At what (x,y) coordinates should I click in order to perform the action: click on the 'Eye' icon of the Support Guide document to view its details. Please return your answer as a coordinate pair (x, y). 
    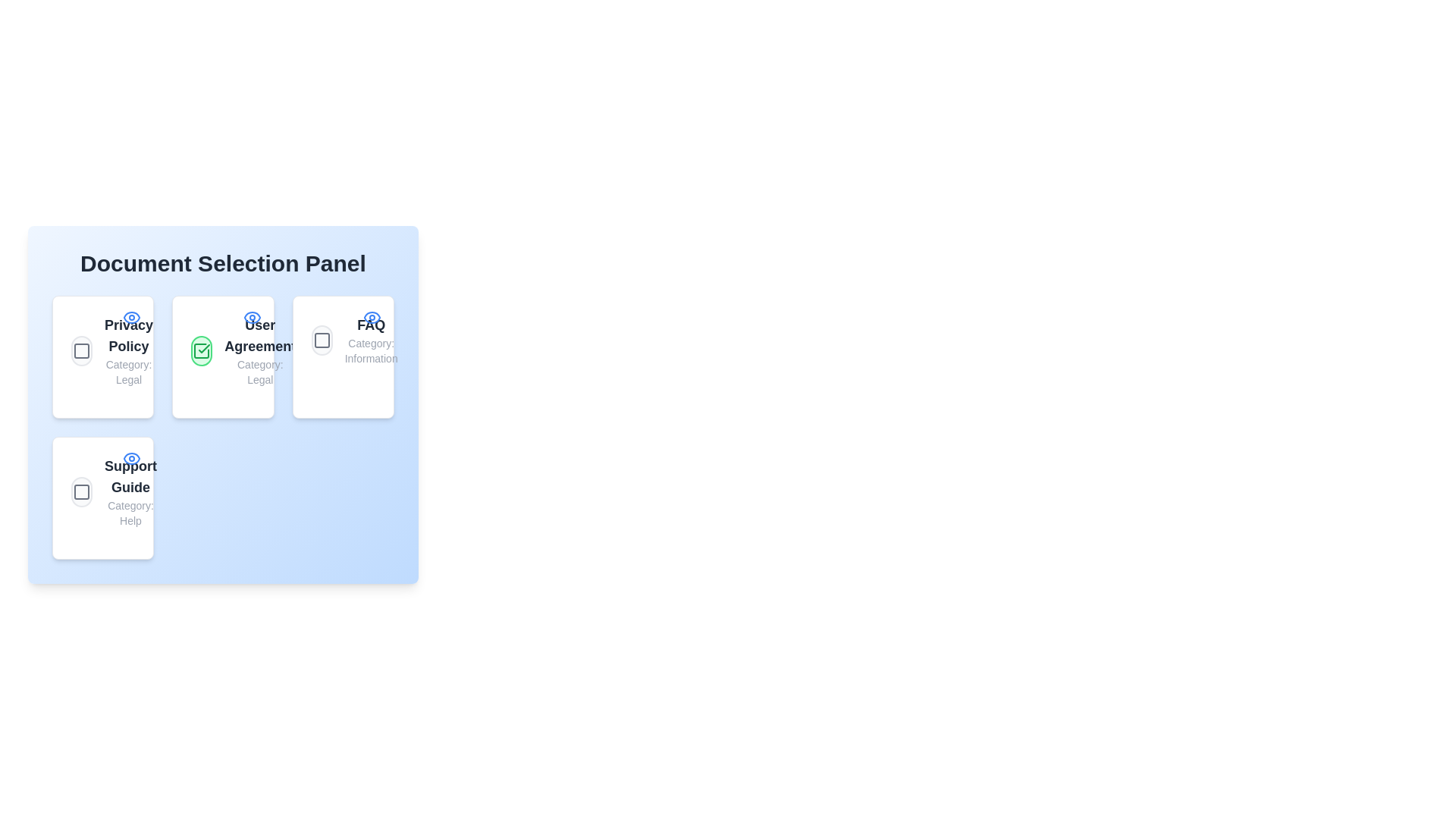
    Looking at the image, I should click on (131, 458).